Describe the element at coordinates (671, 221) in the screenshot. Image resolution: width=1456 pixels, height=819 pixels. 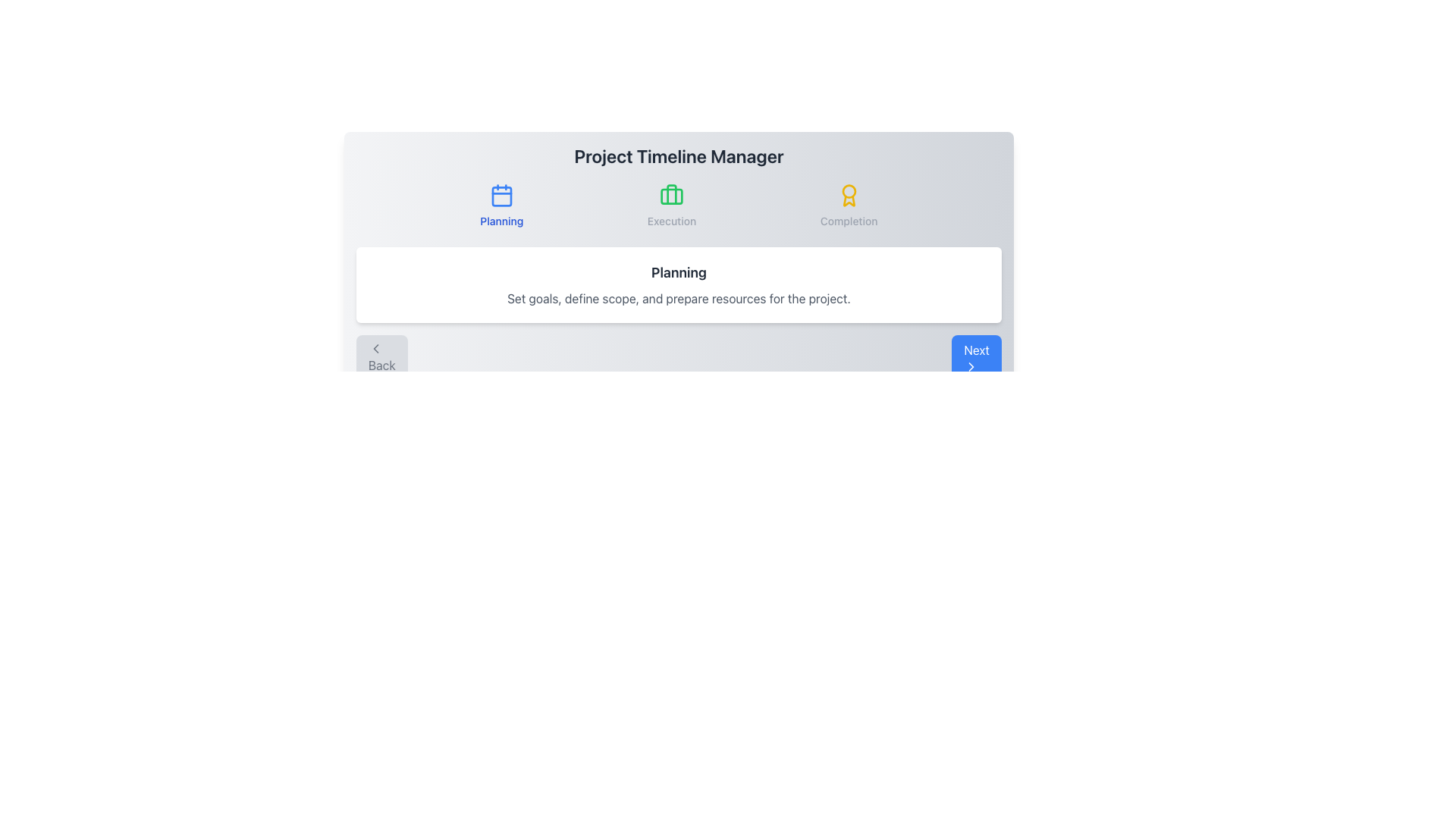
I see `the static text label indicating the 'Execution' phase of the project timeline, which is the middle label among 'Planning' and 'Completion'` at that location.